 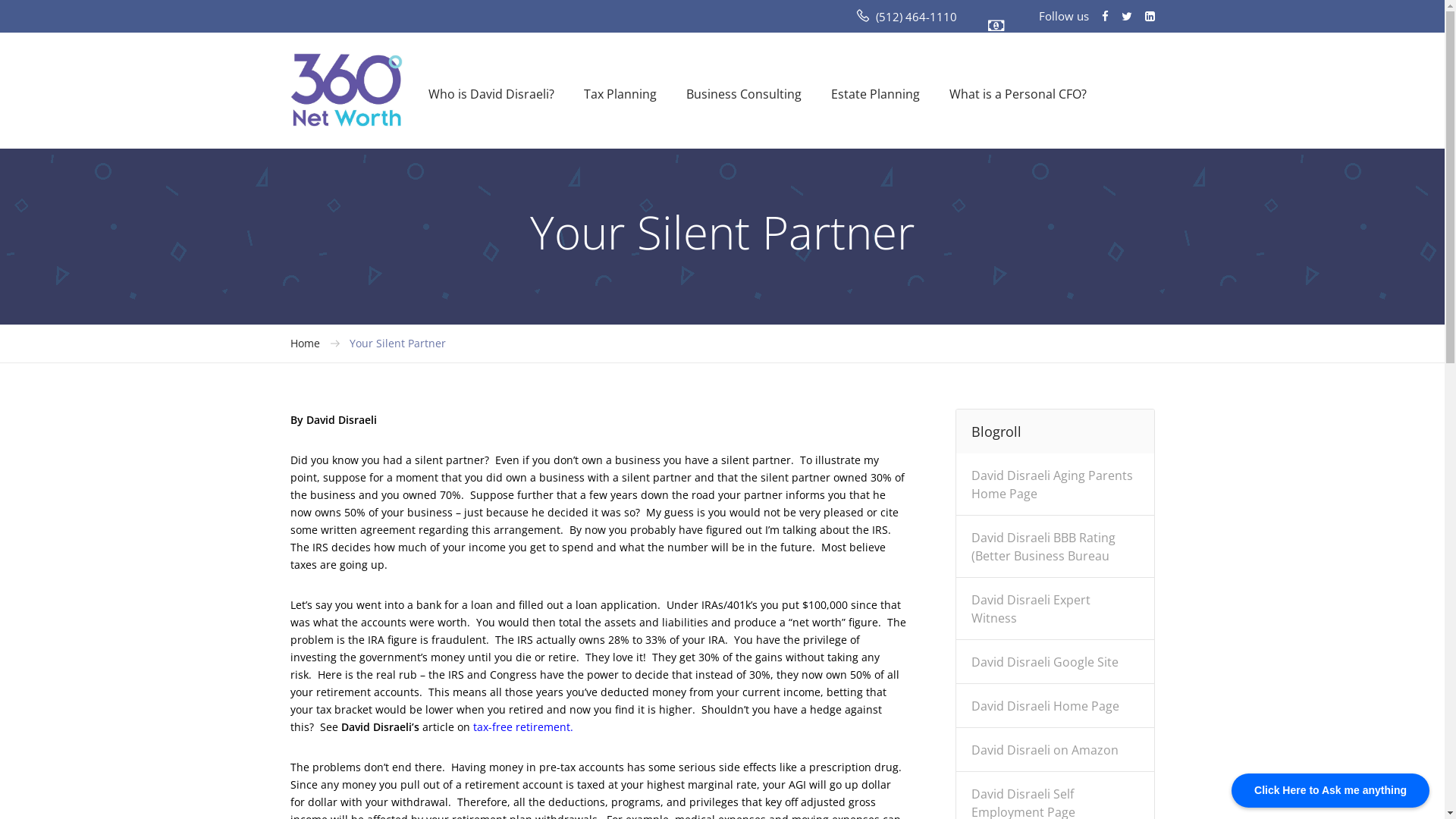 What do you see at coordinates (397, 343) in the screenshot?
I see `'Your Silent Partner'` at bounding box center [397, 343].